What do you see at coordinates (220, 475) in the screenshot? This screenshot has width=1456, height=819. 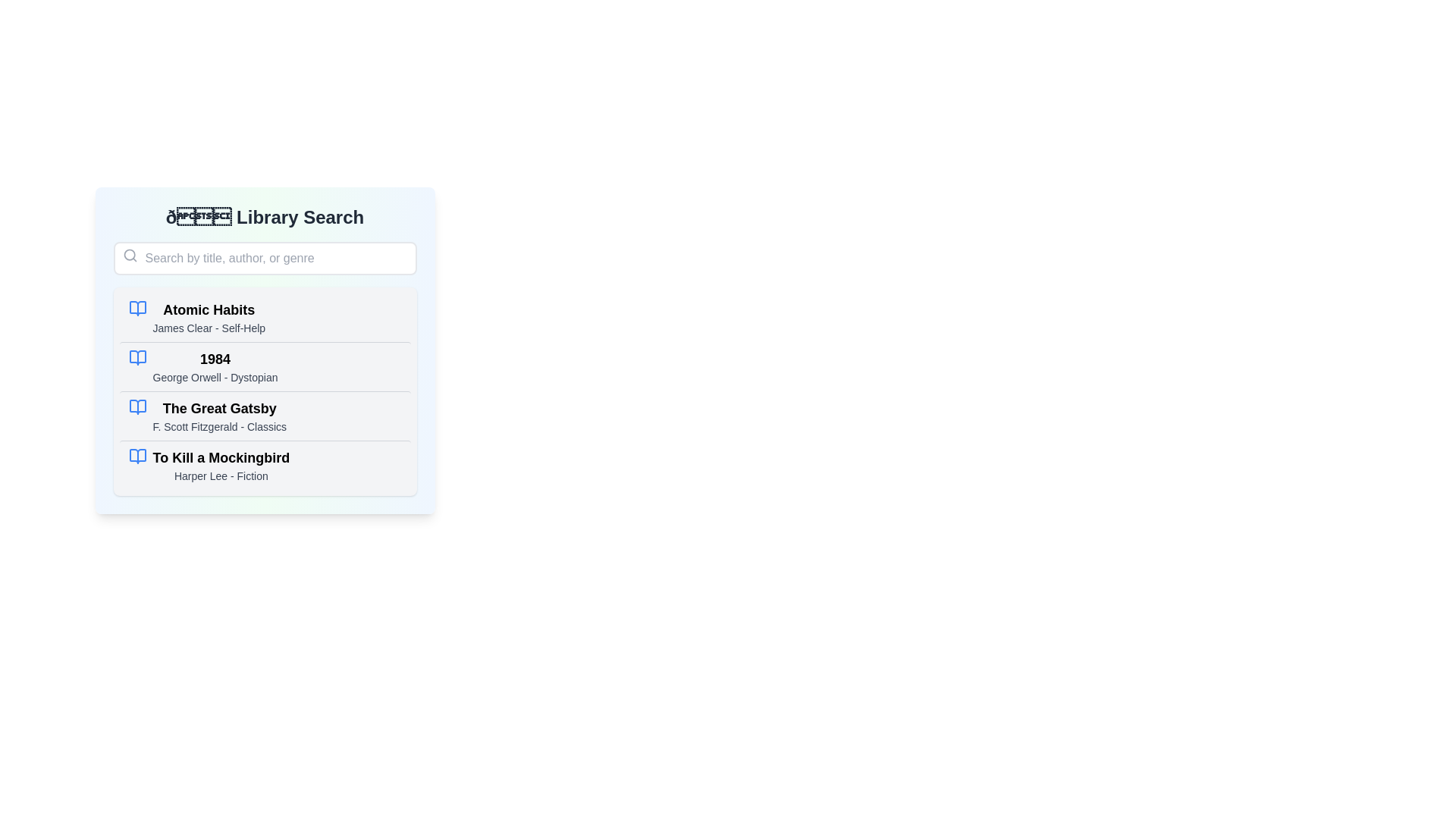 I see `the text label that displays 'Harper Lee - Fiction', which is styled in gray and located directly beneath 'To Kill a Mockingbird' in the book entry list` at bounding box center [220, 475].